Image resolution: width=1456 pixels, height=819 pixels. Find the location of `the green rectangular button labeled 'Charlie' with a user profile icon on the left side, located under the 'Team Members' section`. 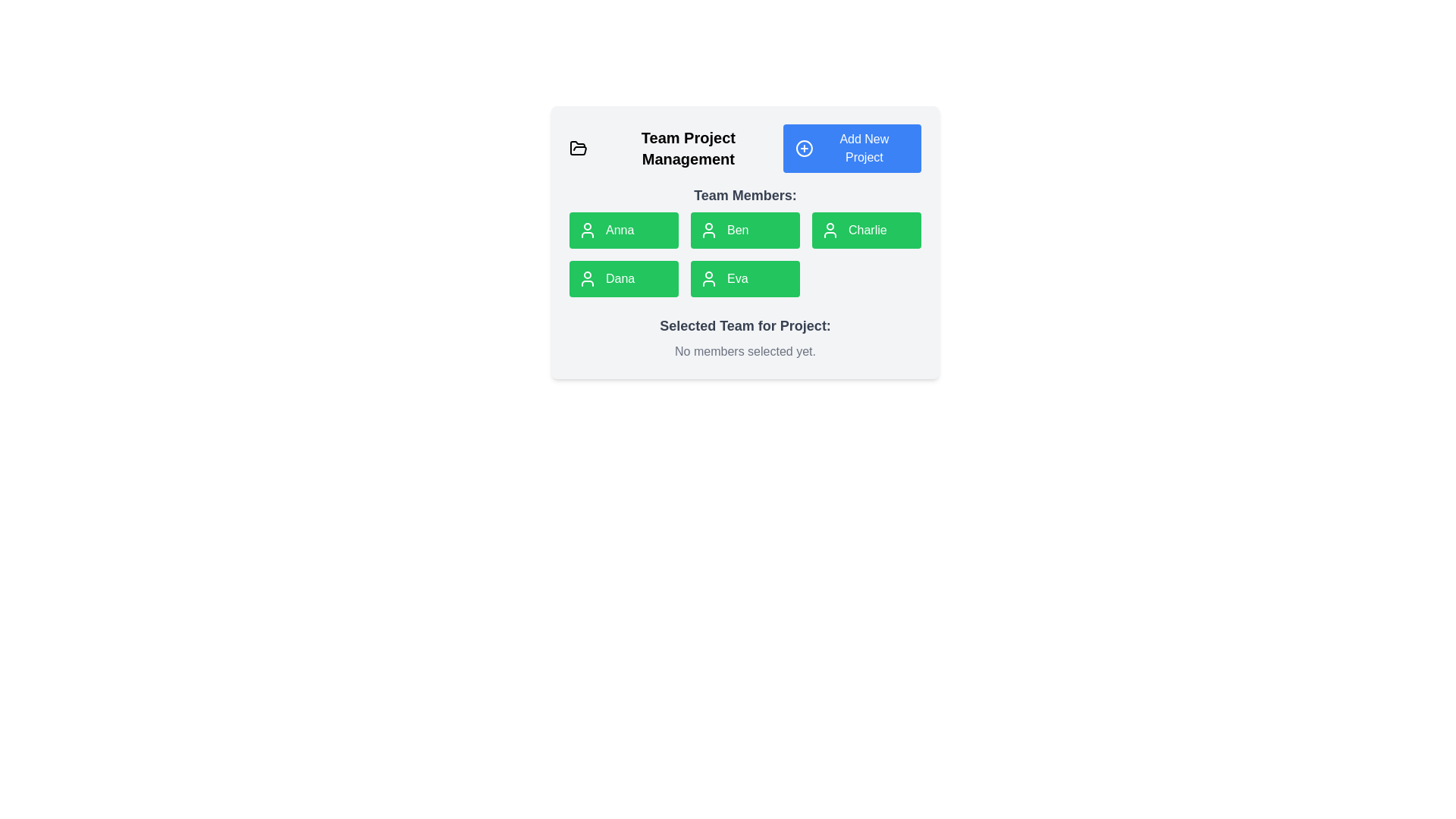

the green rectangular button labeled 'Charlie' with a user profile icon on the left side, located under the 'Team Members' section is located at coordinates (866, 231).